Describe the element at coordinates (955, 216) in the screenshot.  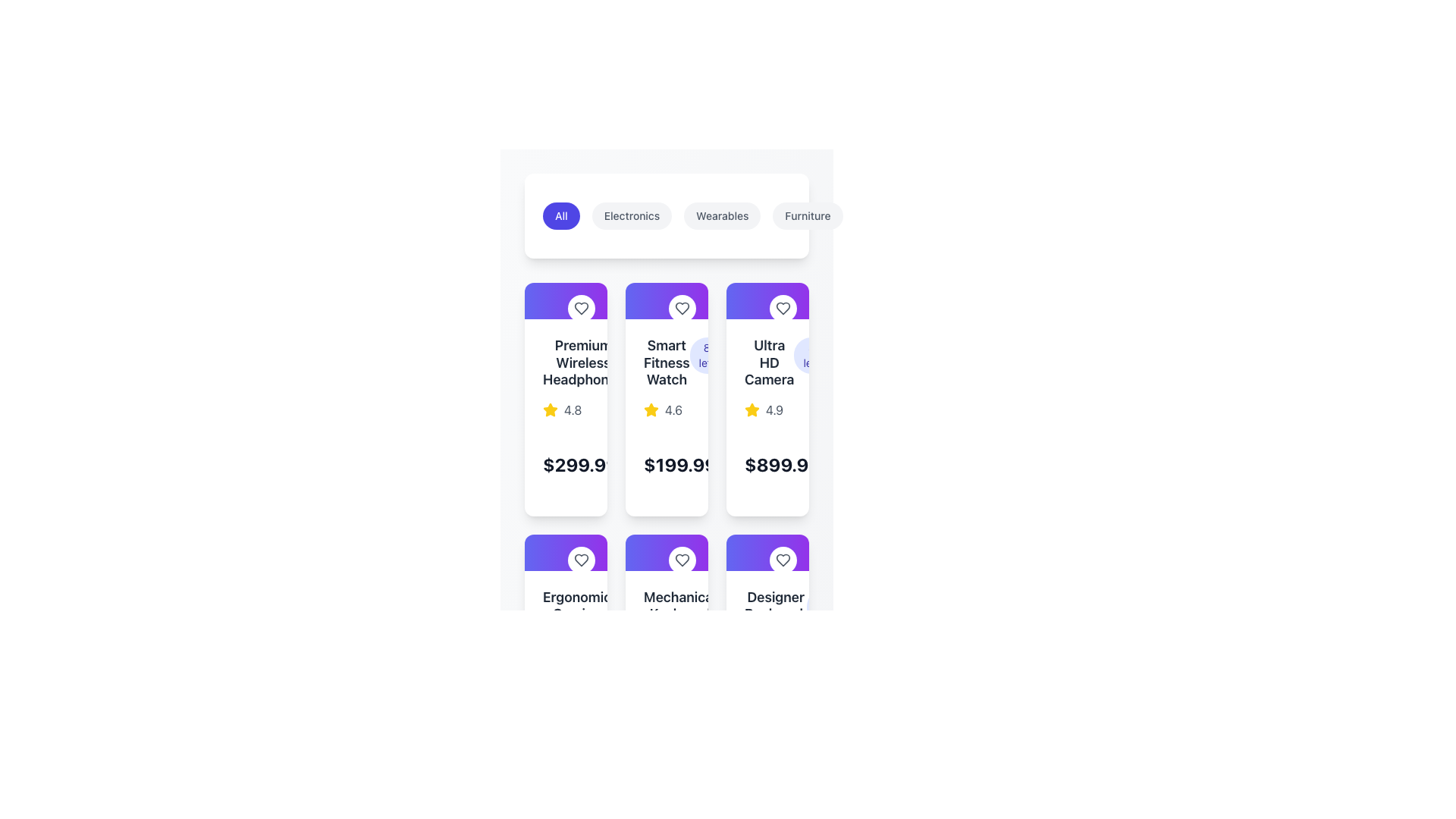
I see `the button positioned at the far right end of the horizontal list of category buttons` at that location.